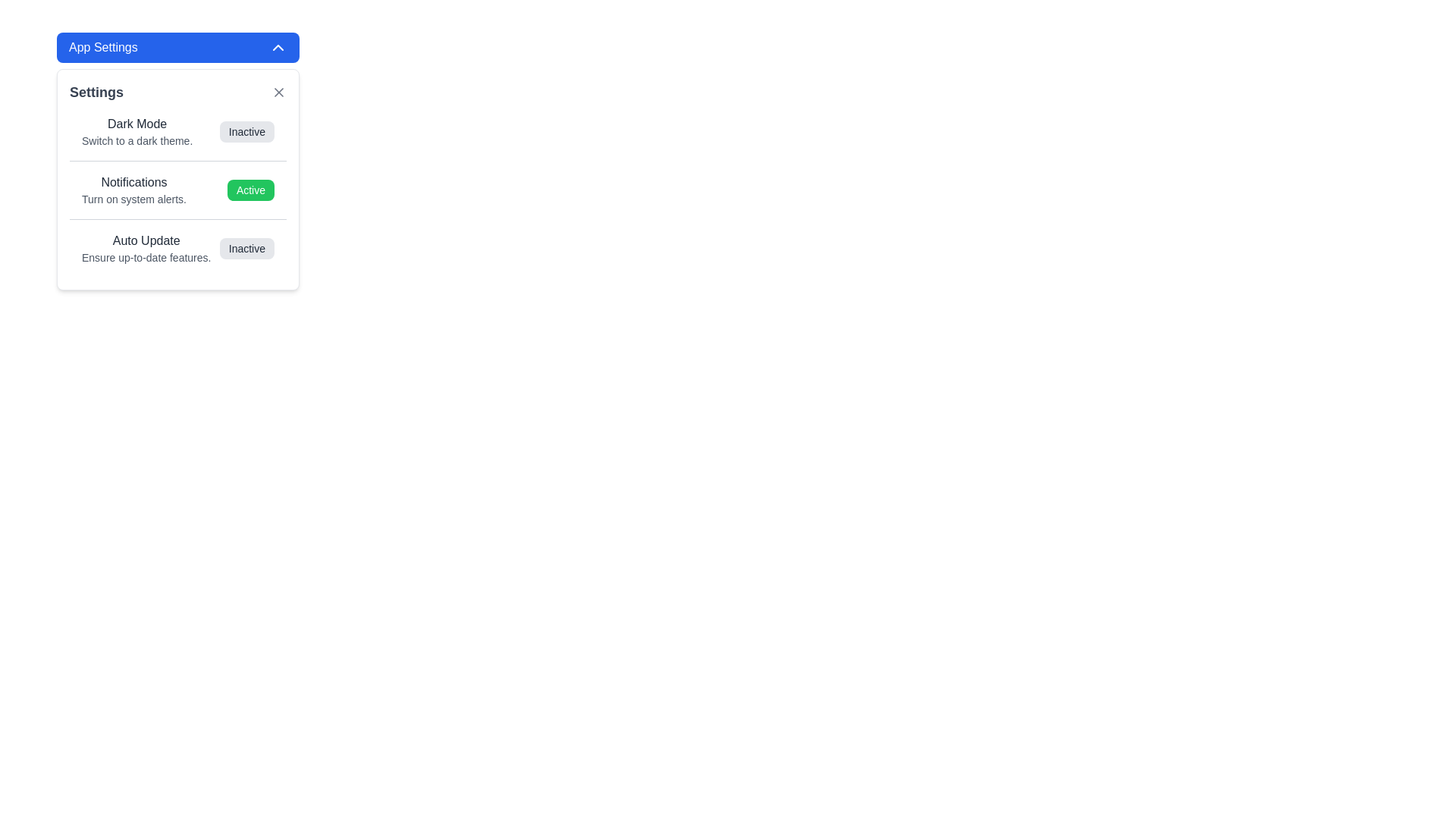 The width and height of the screenshot is (1456, 819). What do you see at coordinates (279, 93) in the screenshot?
I see `the 'X' icon in the header of the 'Settings' card` at bounding box center [279, 93].